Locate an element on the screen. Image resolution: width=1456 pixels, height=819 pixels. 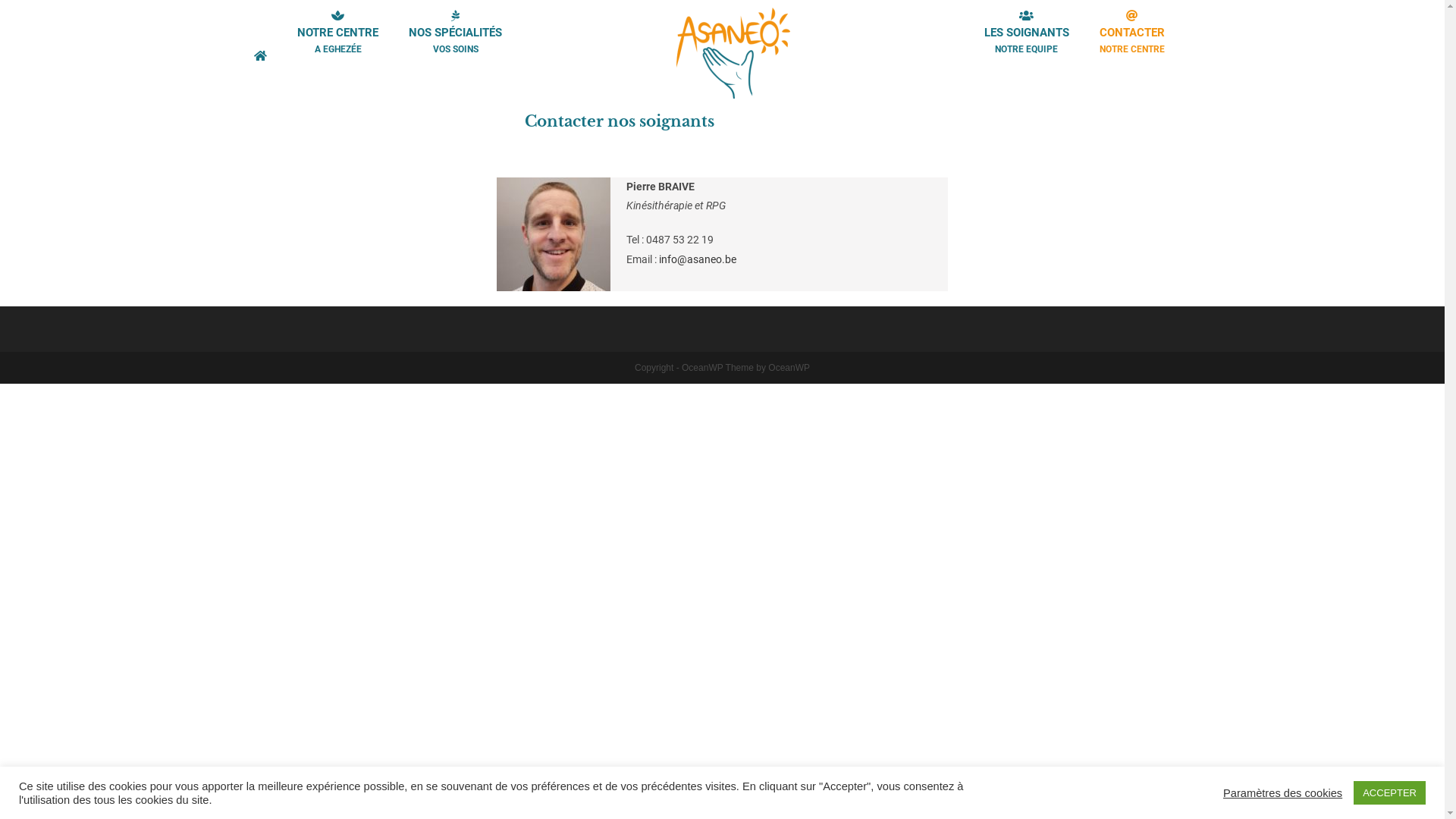
'info@asaneo.be' is located at coordinates (697, 259).